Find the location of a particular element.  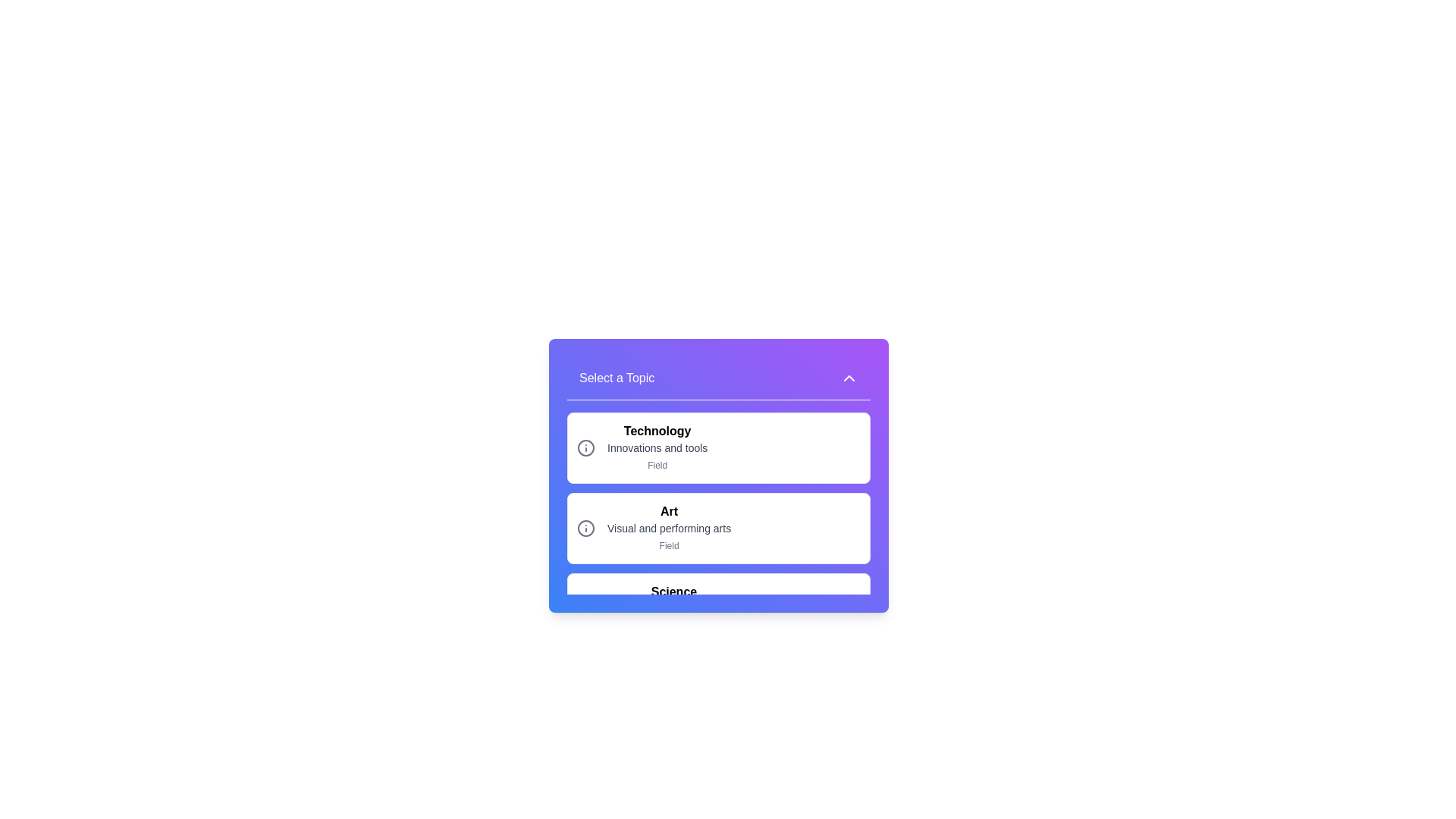

the second card labeled 'Art' in the category selection is located at coordinates (718, 528).